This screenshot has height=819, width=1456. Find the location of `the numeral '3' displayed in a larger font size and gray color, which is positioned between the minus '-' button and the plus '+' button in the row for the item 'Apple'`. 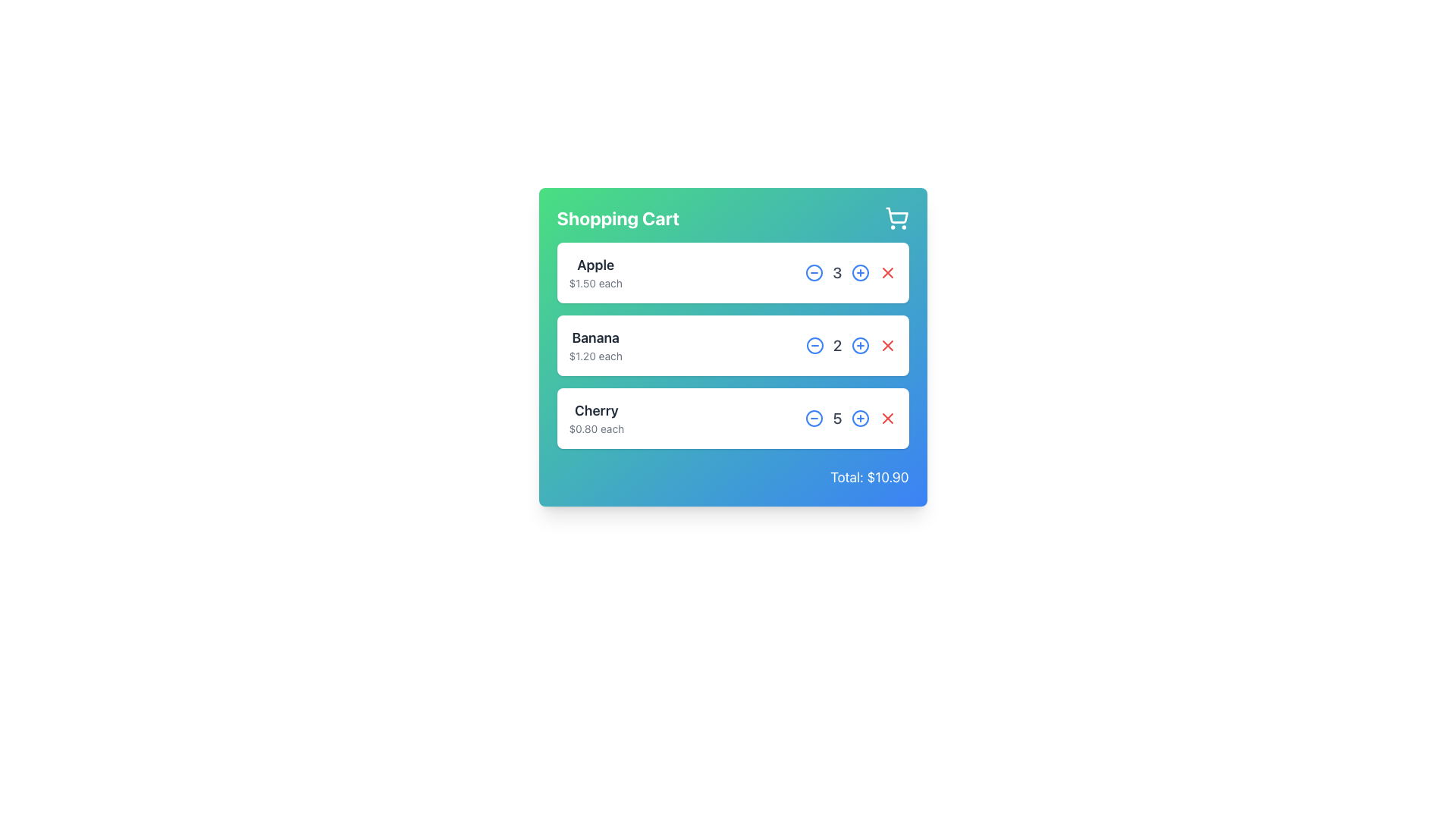

the numeral '3' displayed in a larger font size and gray color, which is positioned between the minus '-' button and the plus '+' button in the row for the item 'Apple' is located at coordinates (836, 271).